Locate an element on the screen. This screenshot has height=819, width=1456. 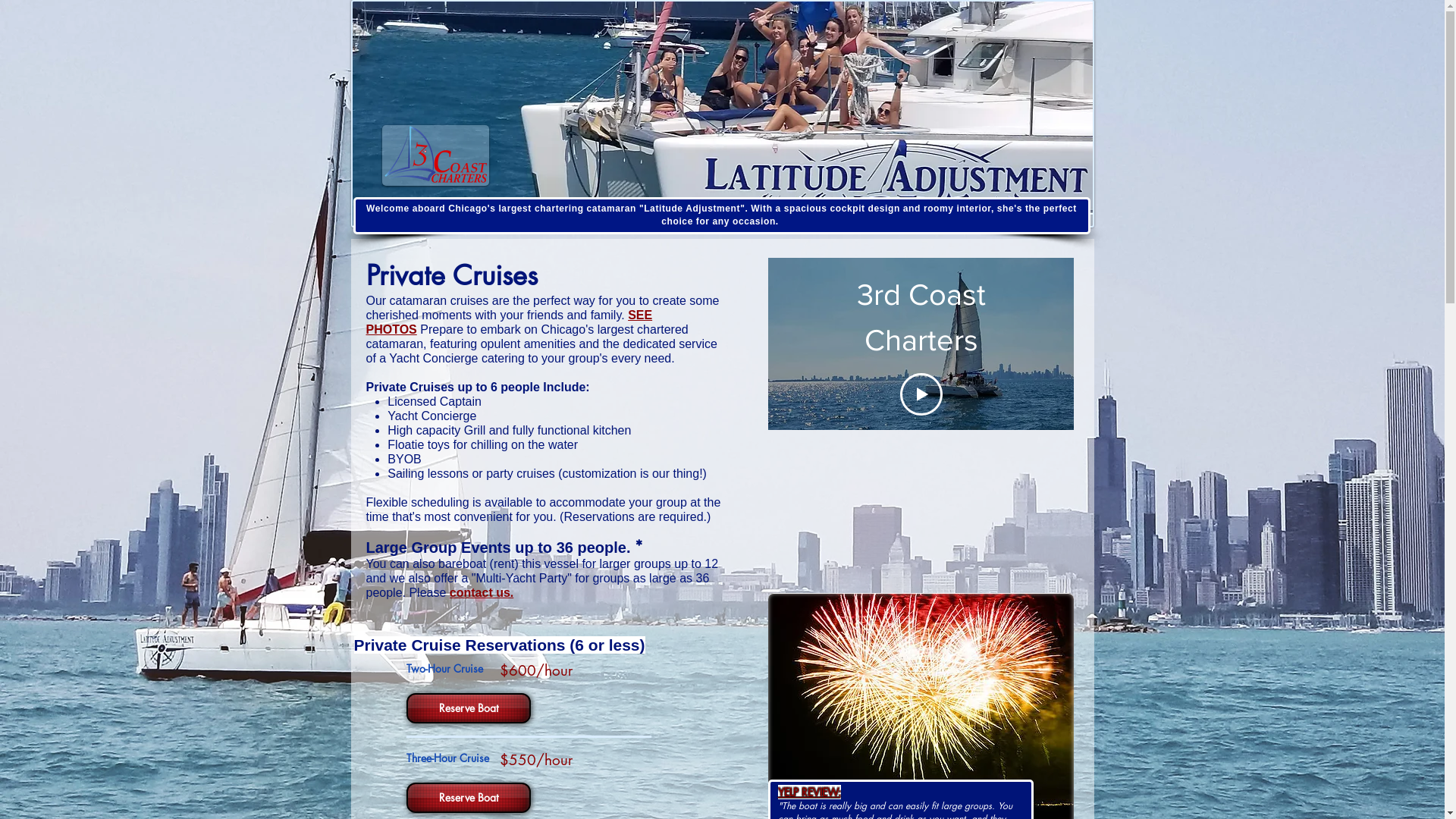
'Reserve Boat' is located at coordinates (466, 708).